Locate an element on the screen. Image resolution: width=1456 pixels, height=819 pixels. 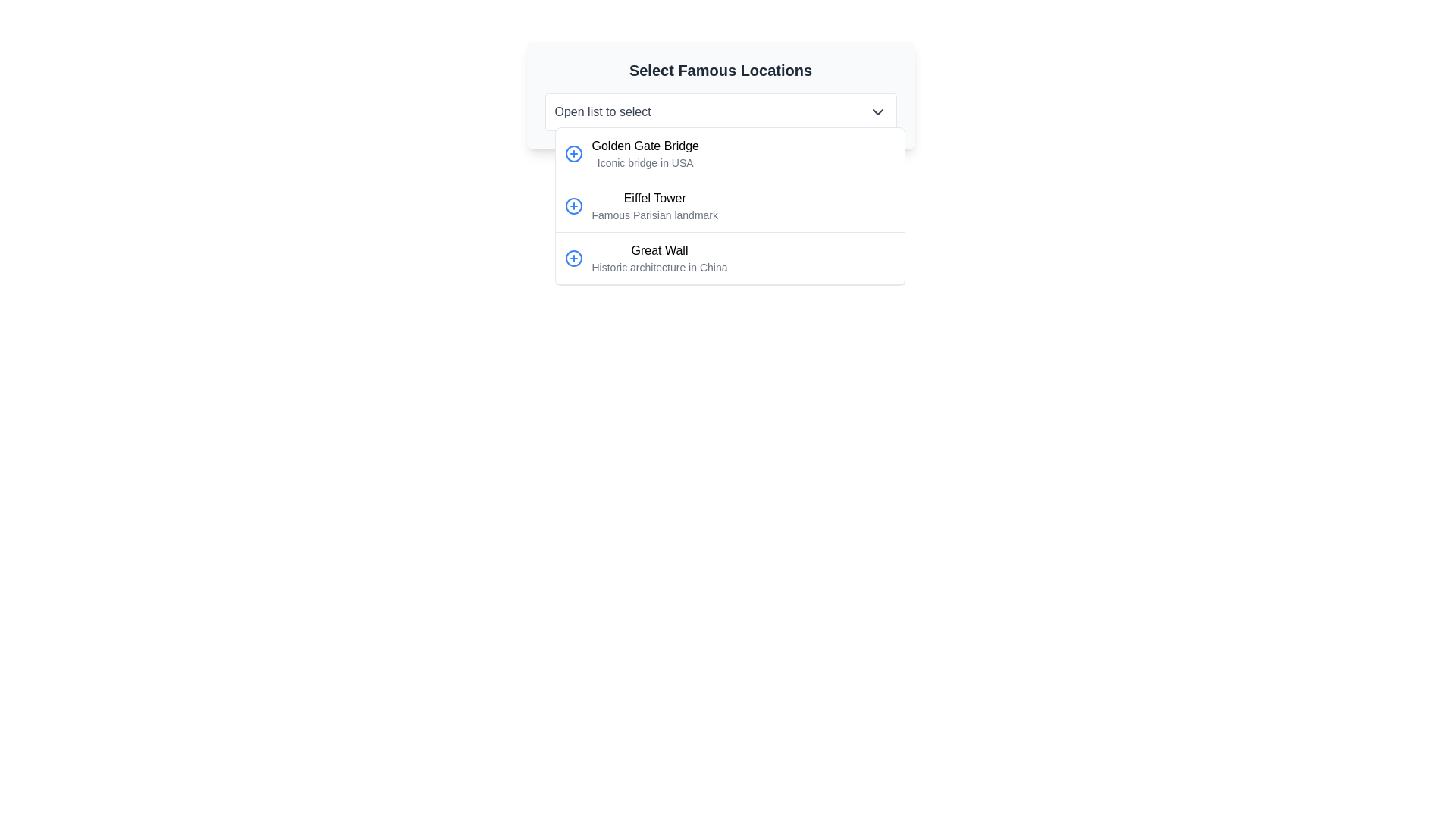
descriptive text label providing information about the 'Great Wall' item in the dropdown list is located at coordinates (659, 267).